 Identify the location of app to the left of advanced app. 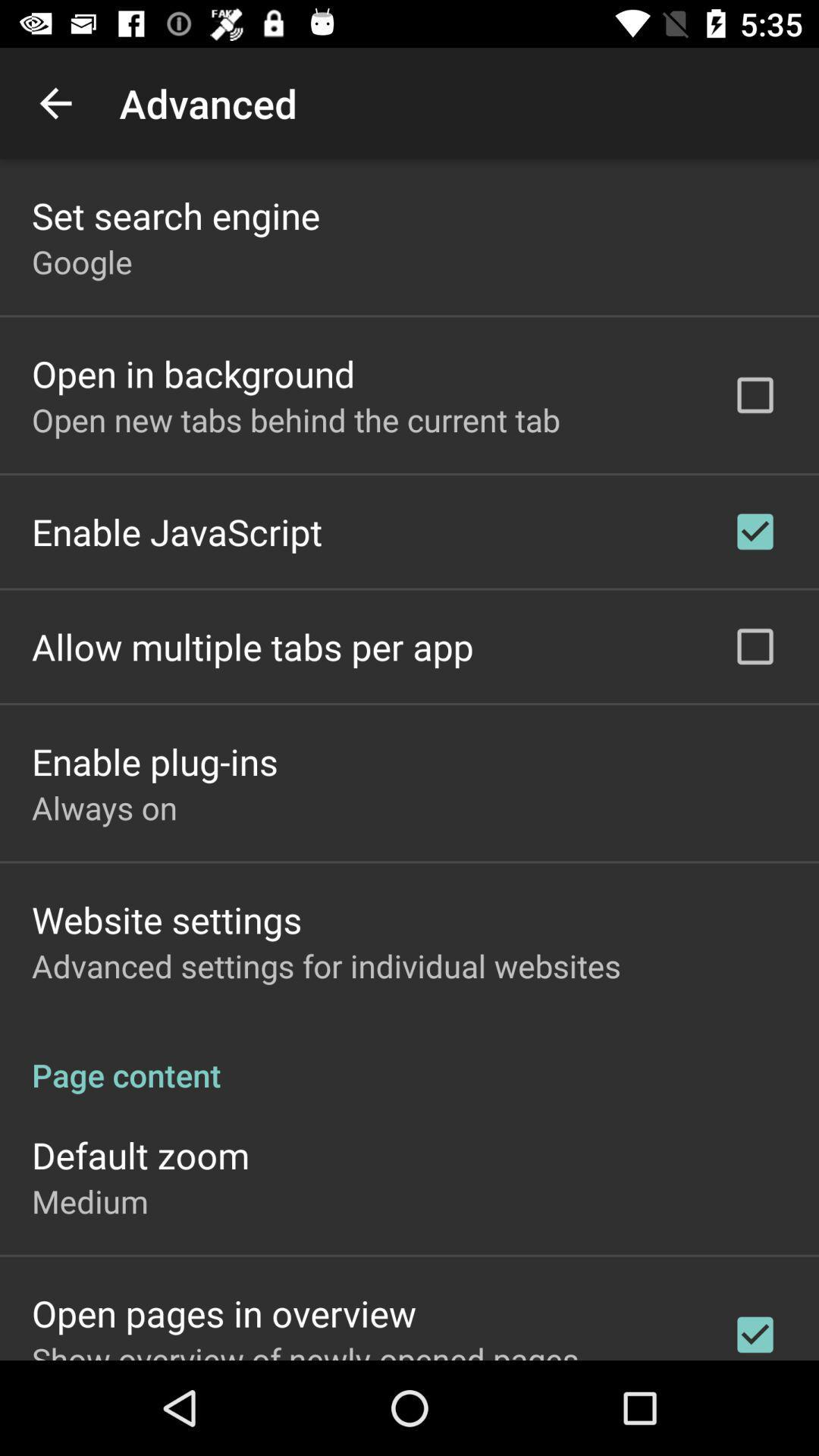
(55, 102).